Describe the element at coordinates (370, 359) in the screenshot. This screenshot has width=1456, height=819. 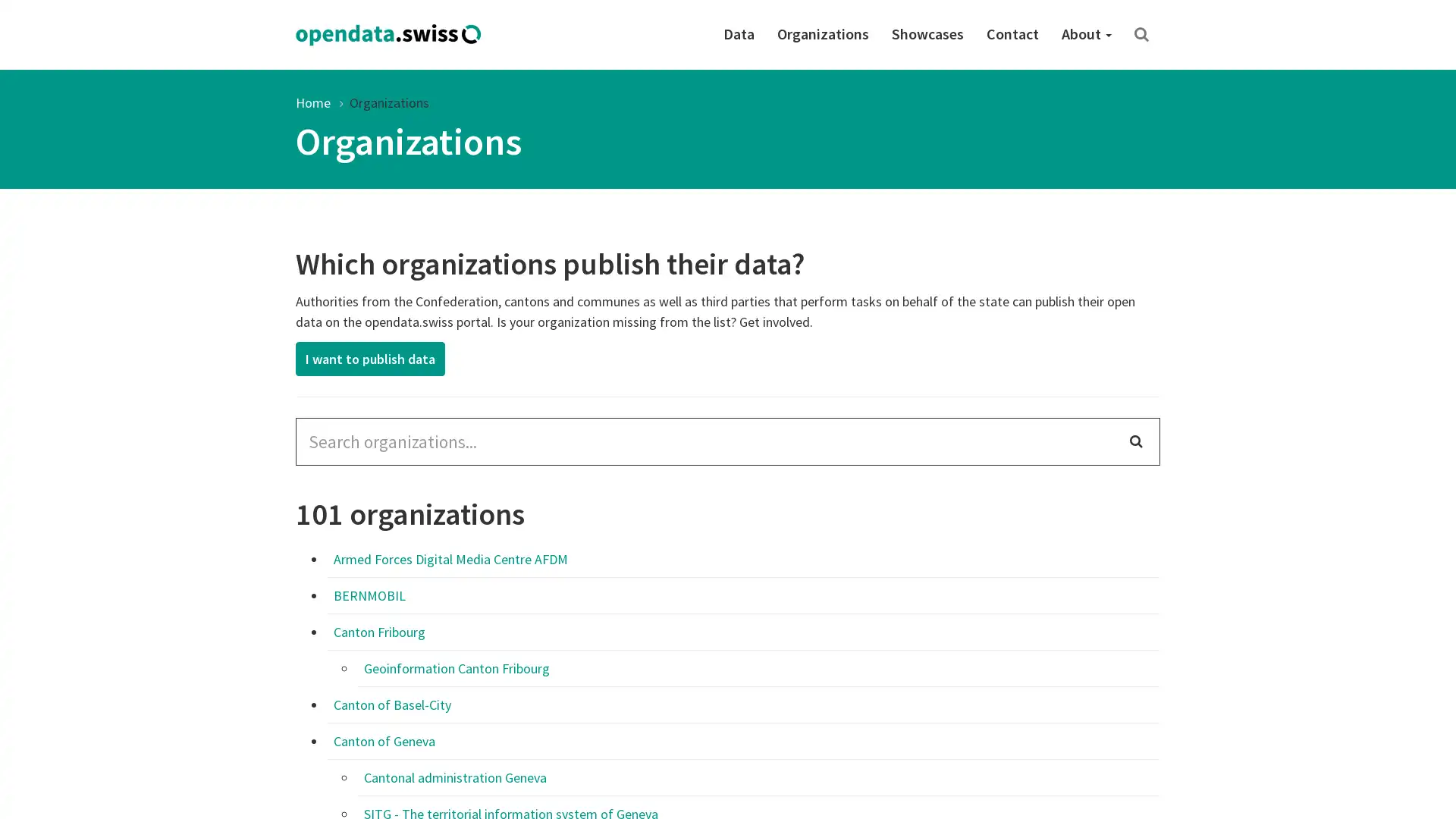
I see `I want to publish data` at that location.